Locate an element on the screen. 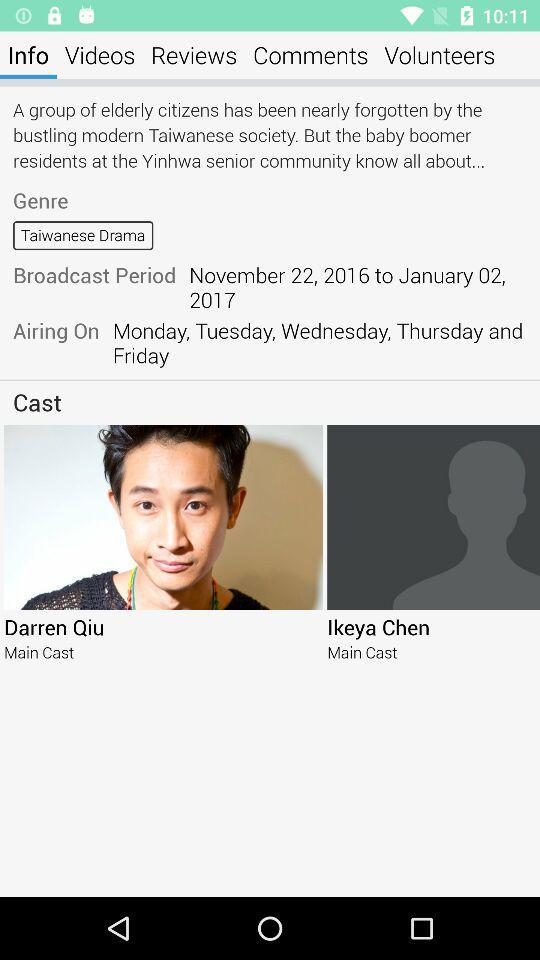  icon to the right of the comments is located at coordinates (438, 54).